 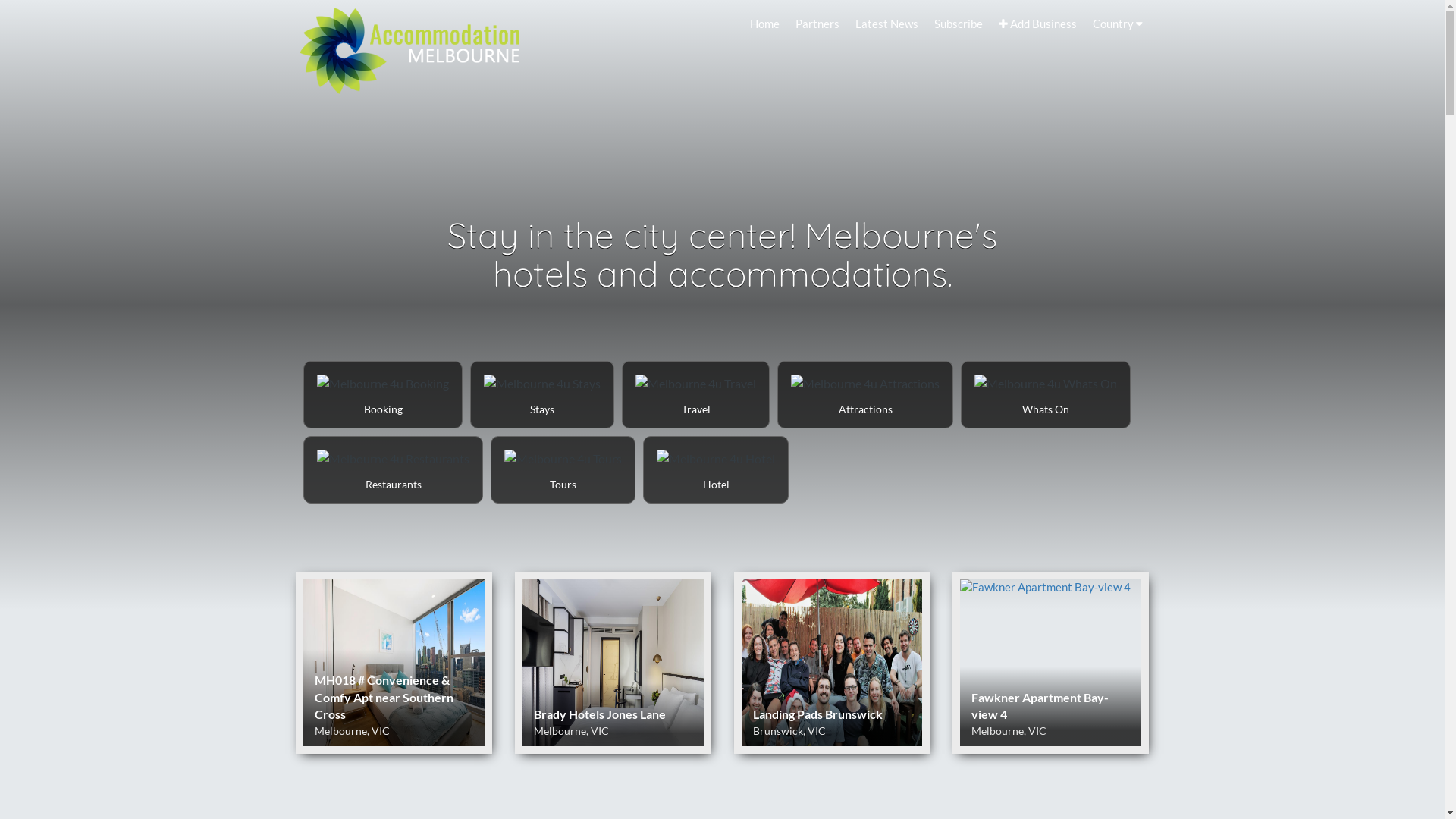 What do you see at coordinates (886, 23) in the screenshot?
I see `'Latest News'` at bounding box center [886, 23].